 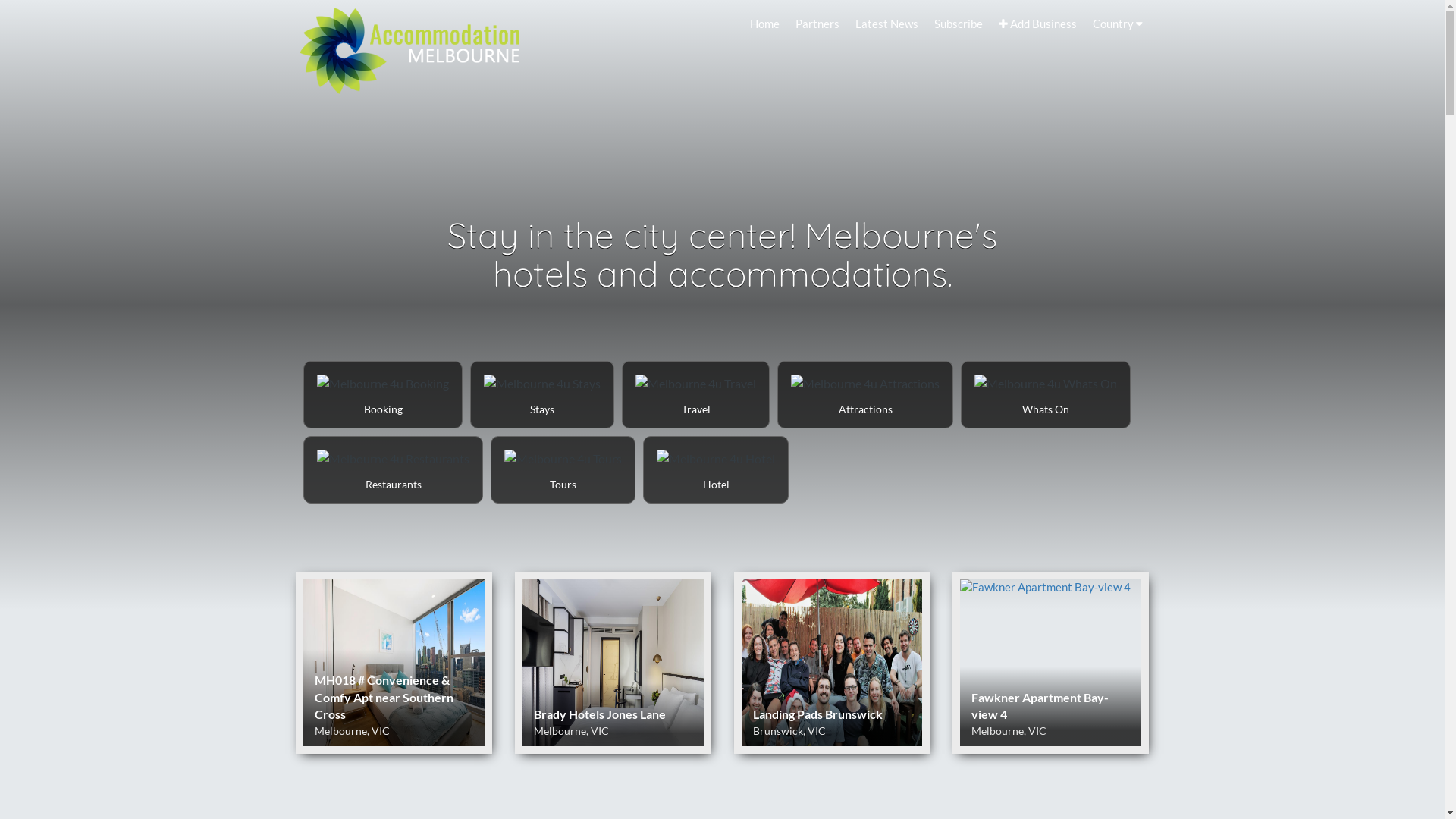 What do you see at coordinates (886, 23) in the screenshot?
I see `'Latest News'` at bounding box center [886, 23].